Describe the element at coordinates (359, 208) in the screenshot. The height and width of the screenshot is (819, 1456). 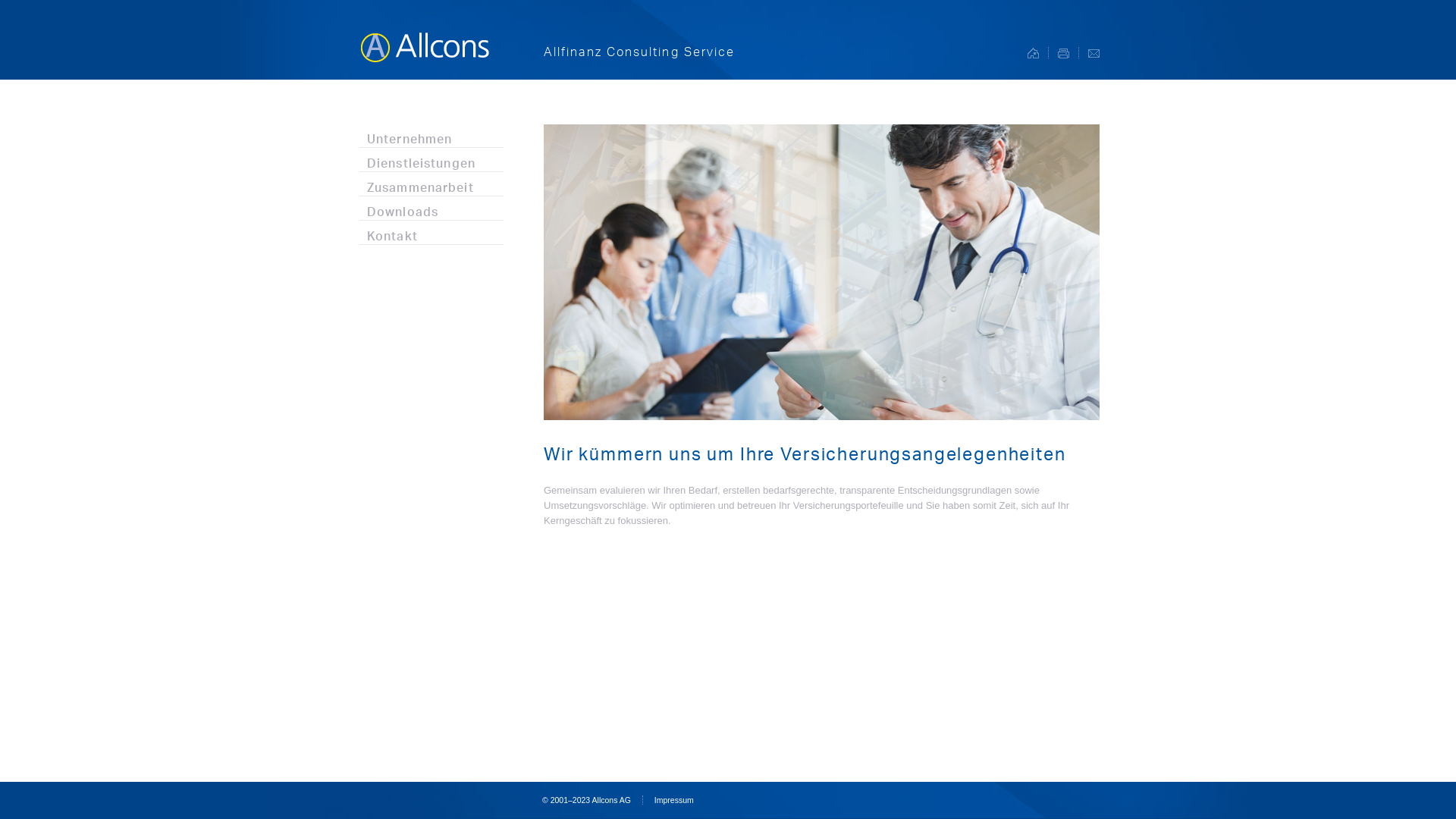
I see `'Downloads'` at that location.